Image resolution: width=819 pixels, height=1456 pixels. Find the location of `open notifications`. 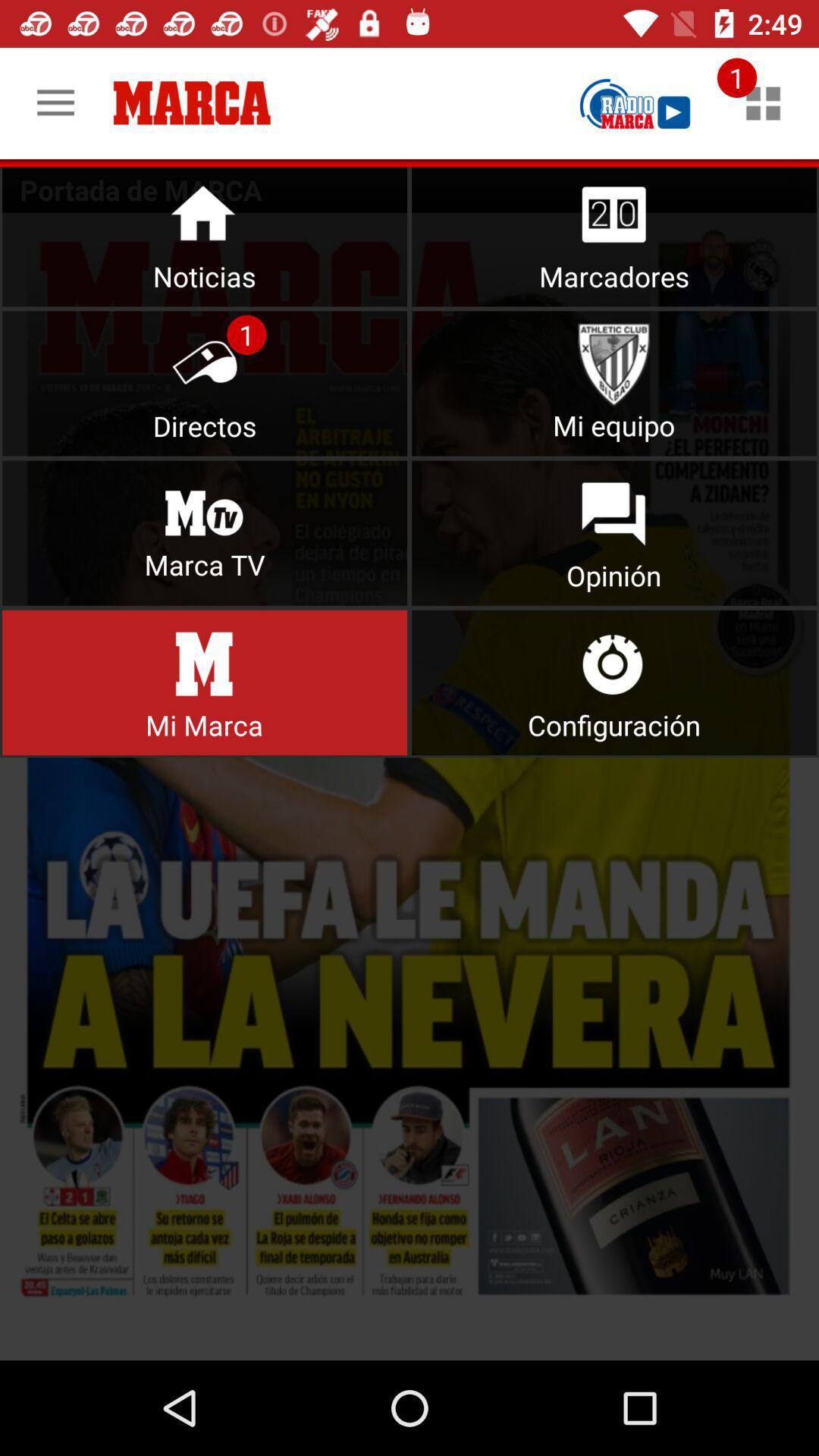

open notifications is located at coordinates (763, 102).